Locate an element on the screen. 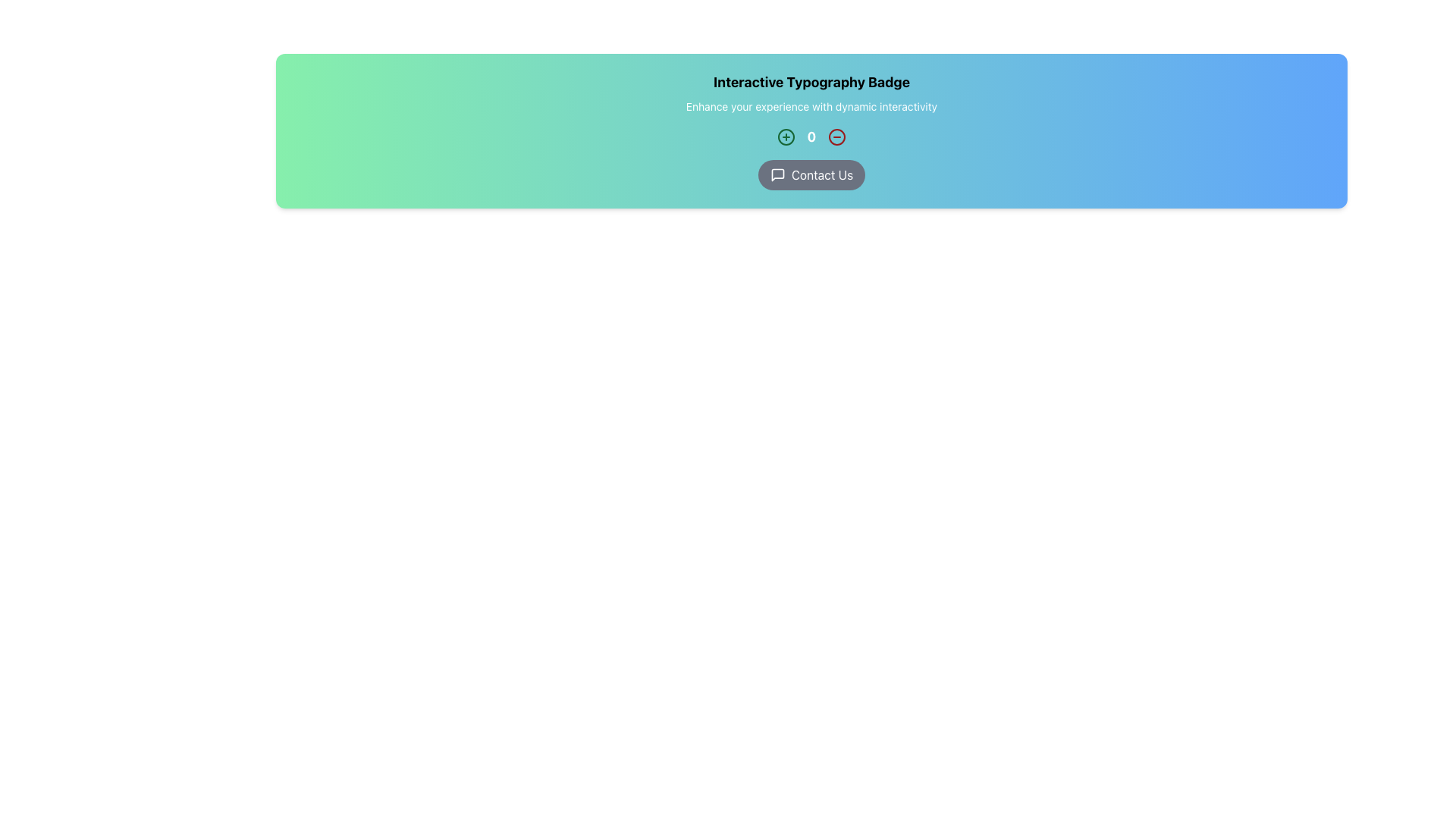  the text 'Enhance your experience with dynamic interactivity' which is displayed in white against a gradient blue-green background, located below the title 'Interactive Typography Badge' is located at coordinates (811, 106).